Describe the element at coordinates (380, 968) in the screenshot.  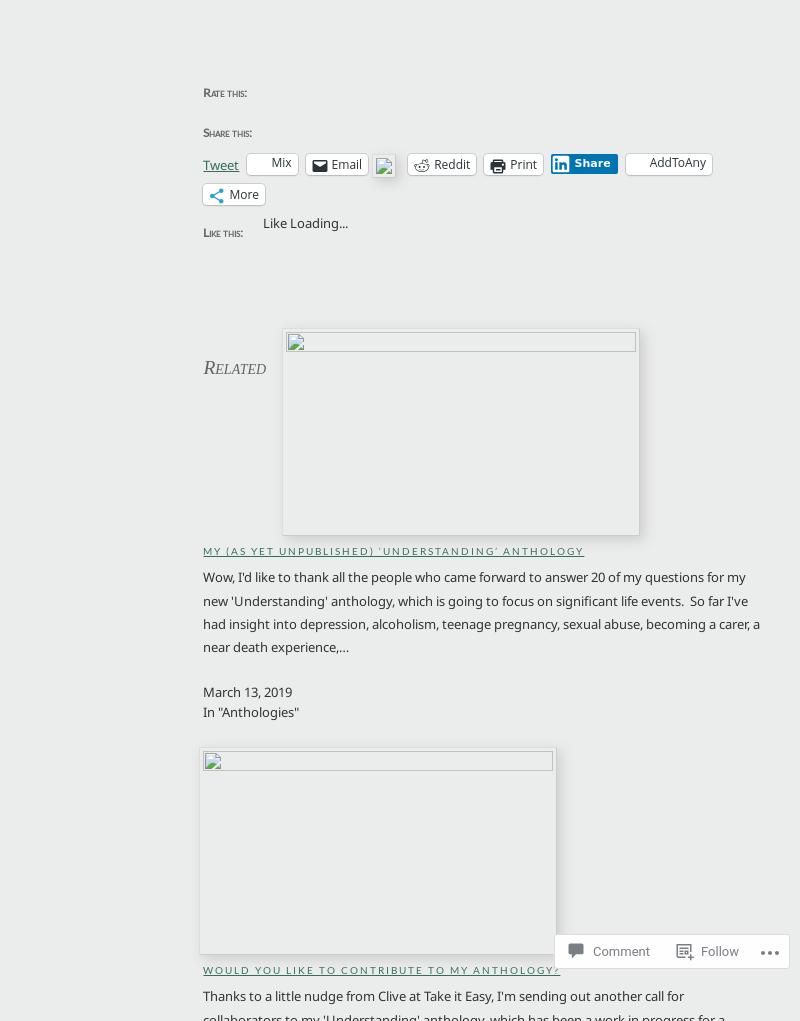
I see `'Would you Like to Contribute to my Anthology?'` at that location.